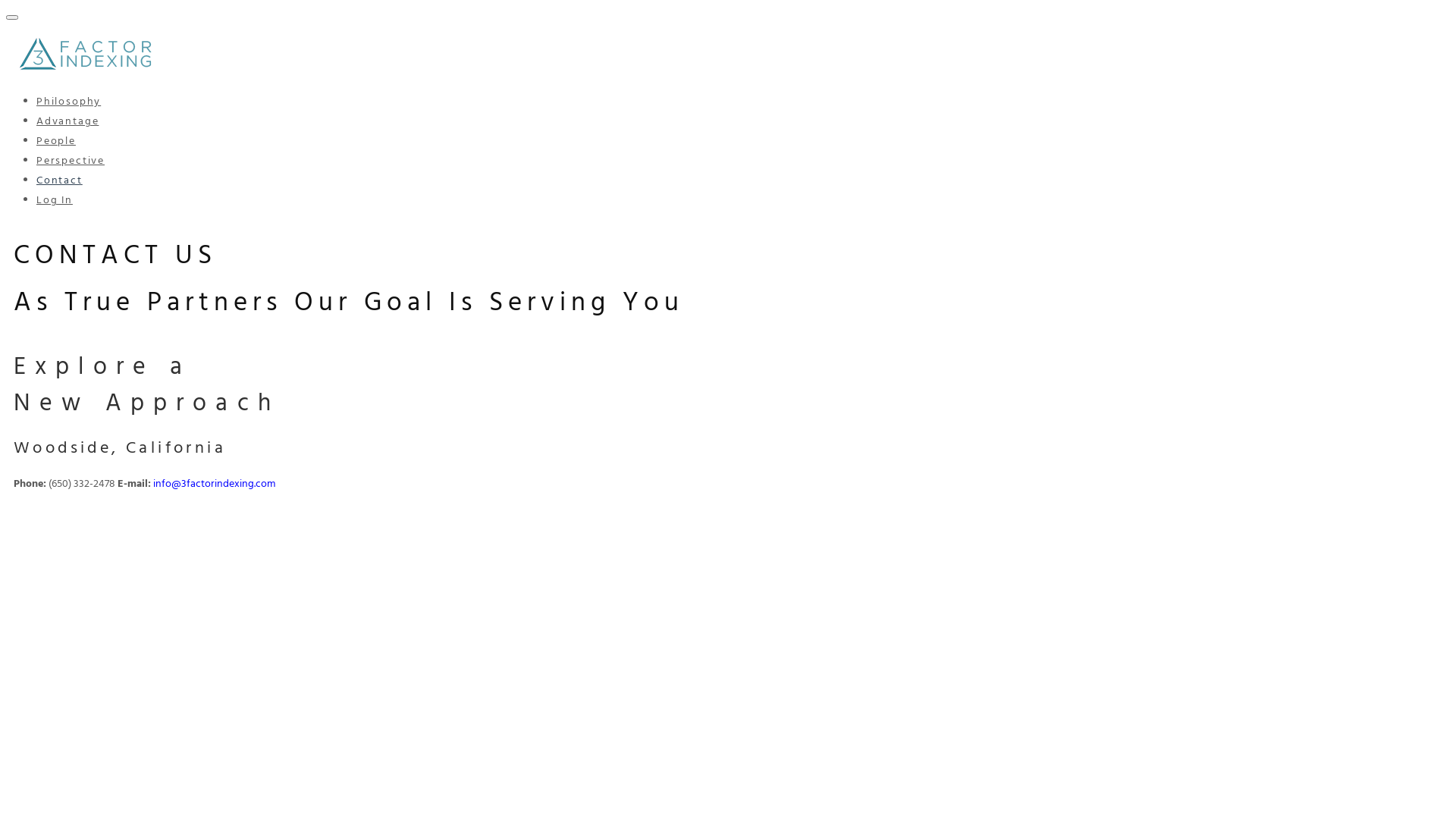 Image resolution: width=1456 pixels, height=819 pixels. Describe the element at coordinates (55, 141) in the screenshot. I see `'People'` at that location.